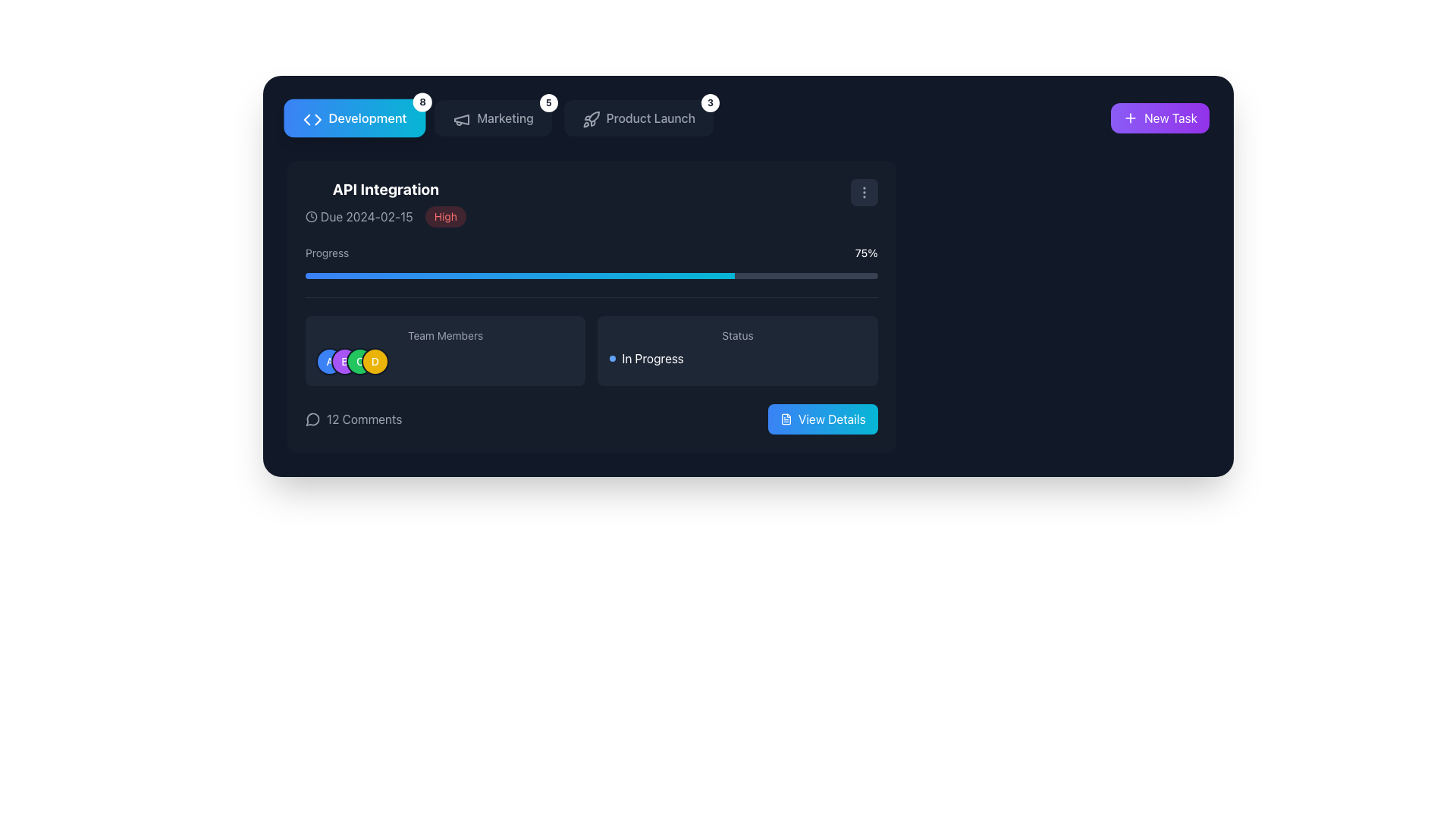 The image size is (1456, 819). Describe the element at coordinates (709, 102) in the screenshot. I see `the notification badge in the top-right corner of the 'Product Launch' button to gather information about item counts or updates` at that location.